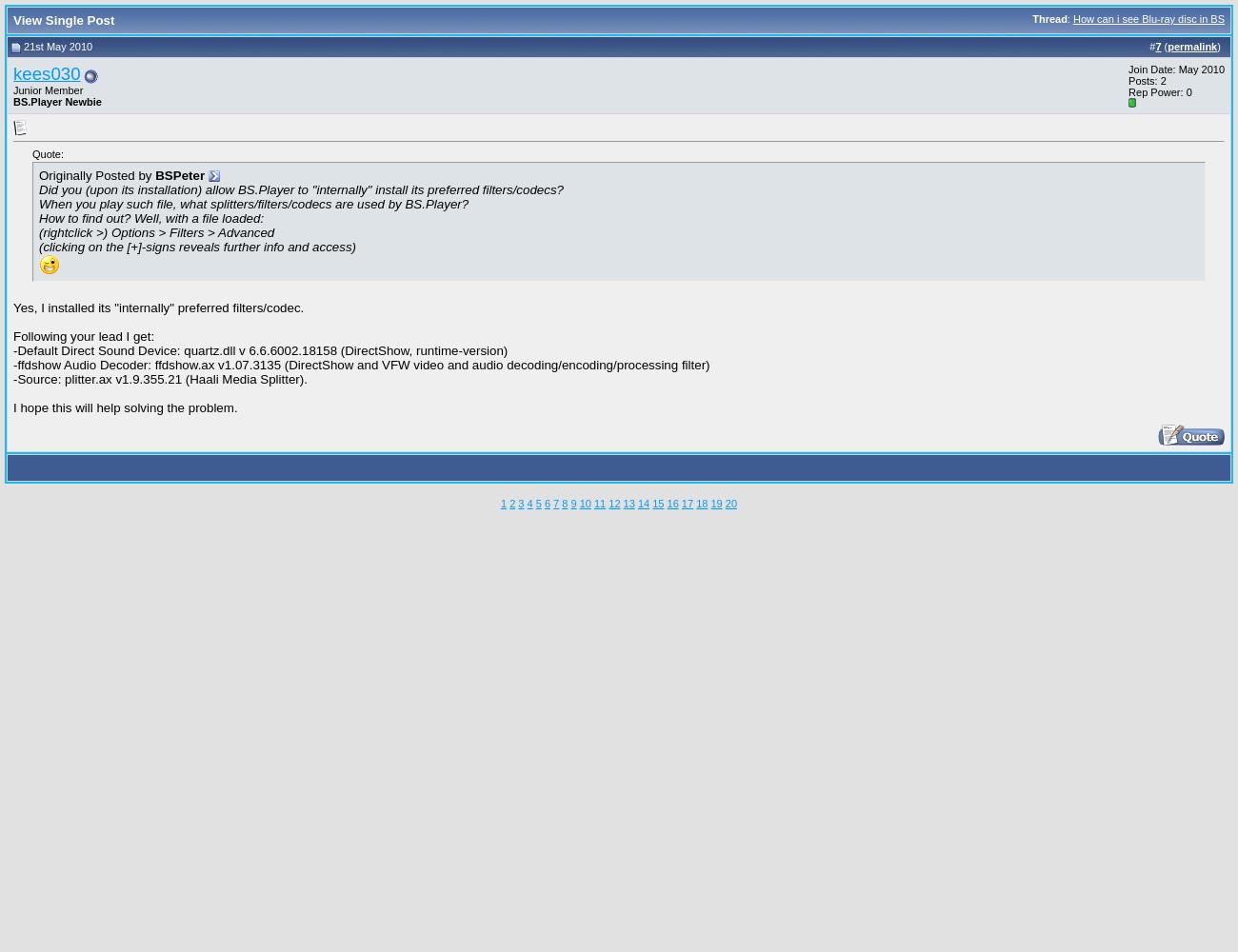  I want to click on '3', so click(517, 503).